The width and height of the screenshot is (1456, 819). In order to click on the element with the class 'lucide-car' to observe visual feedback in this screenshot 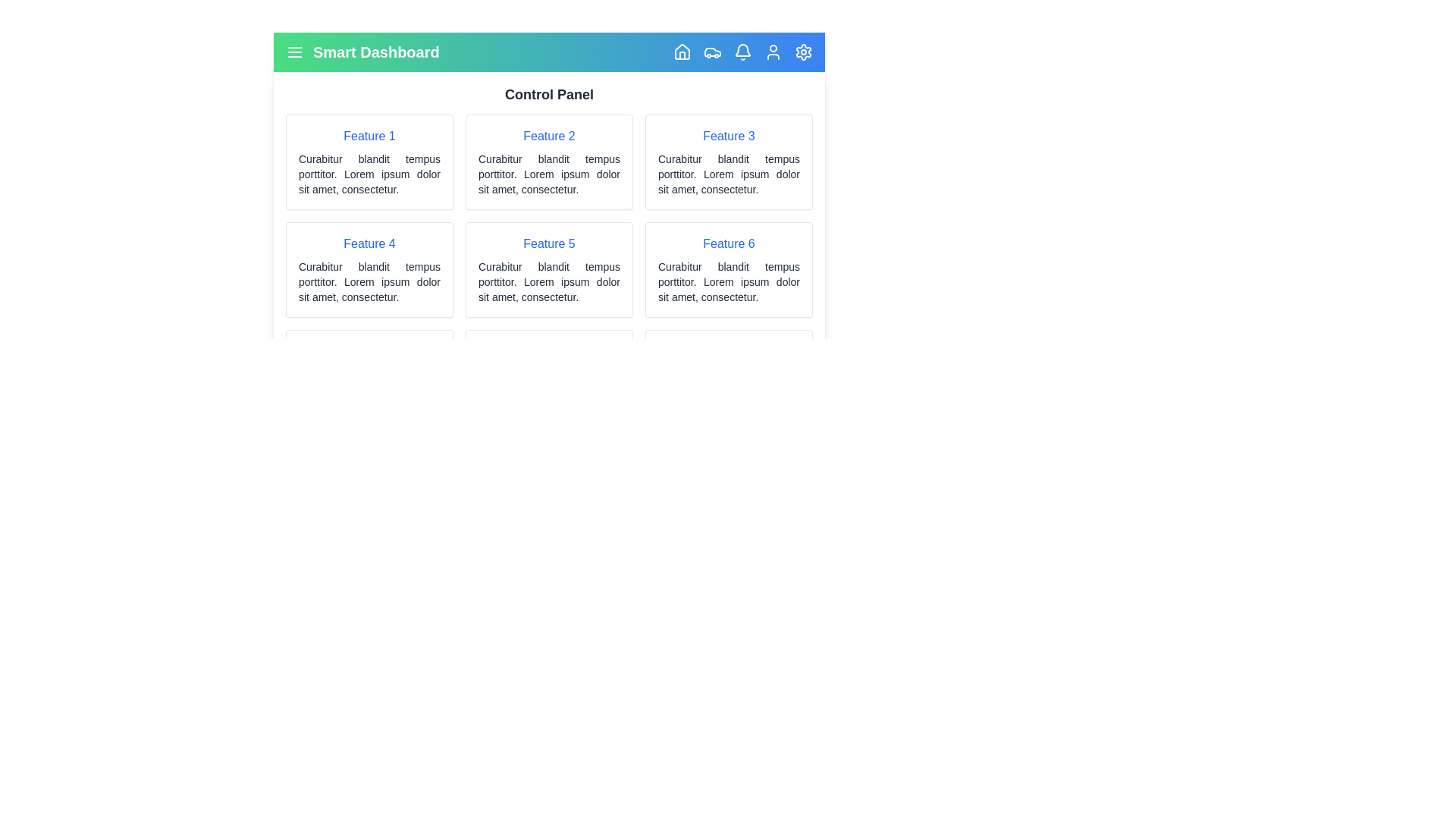, I will do `click(712, 52)`.